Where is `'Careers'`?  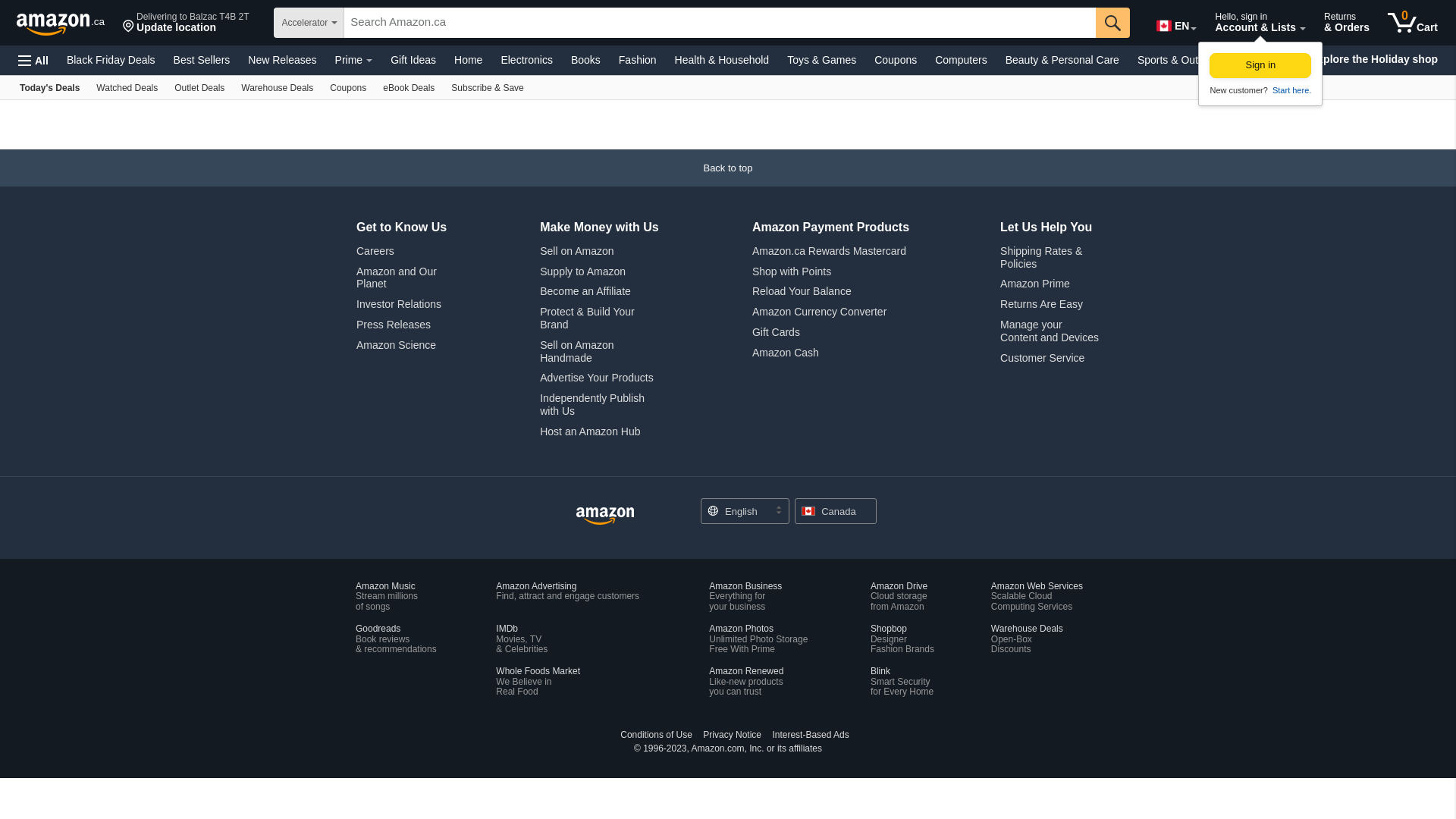 'Careers' is located at coordinates (375, 250).